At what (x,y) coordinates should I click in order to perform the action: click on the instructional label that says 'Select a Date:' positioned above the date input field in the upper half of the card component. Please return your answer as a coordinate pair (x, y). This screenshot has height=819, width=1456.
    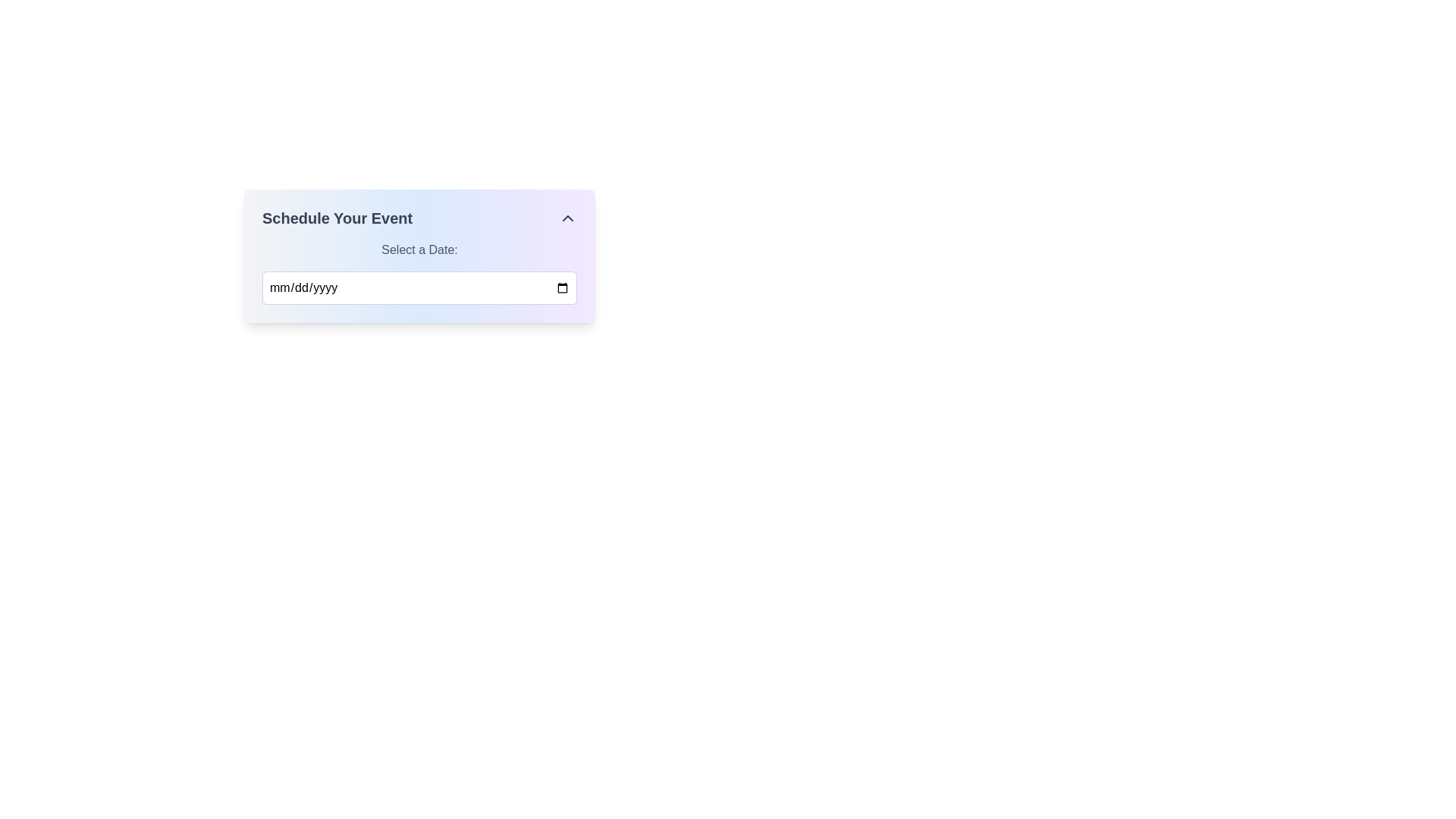
    Looking at the image, I should click on (419, 249).